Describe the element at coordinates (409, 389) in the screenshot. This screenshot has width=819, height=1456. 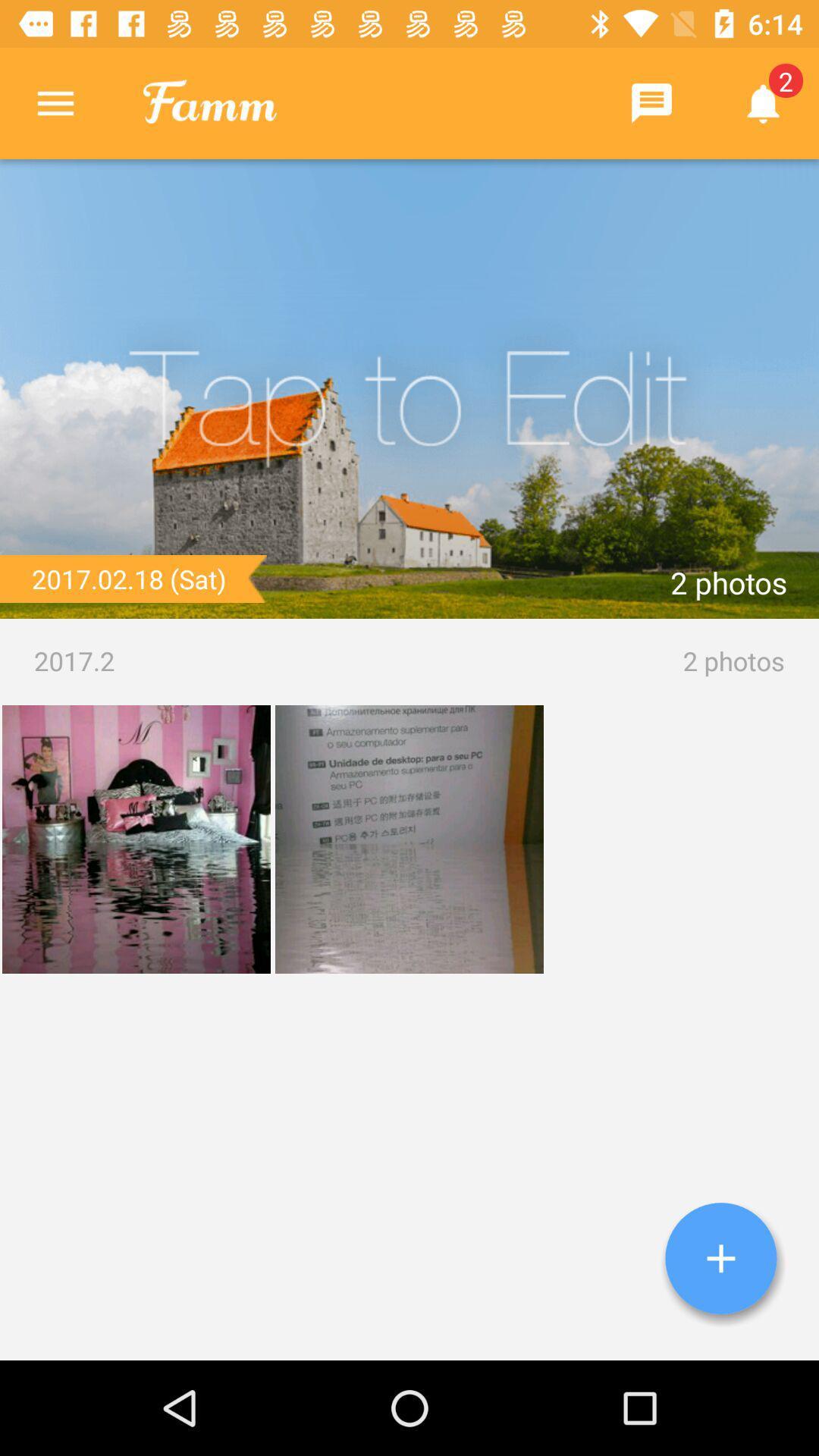
I see `edit picture` at that location.